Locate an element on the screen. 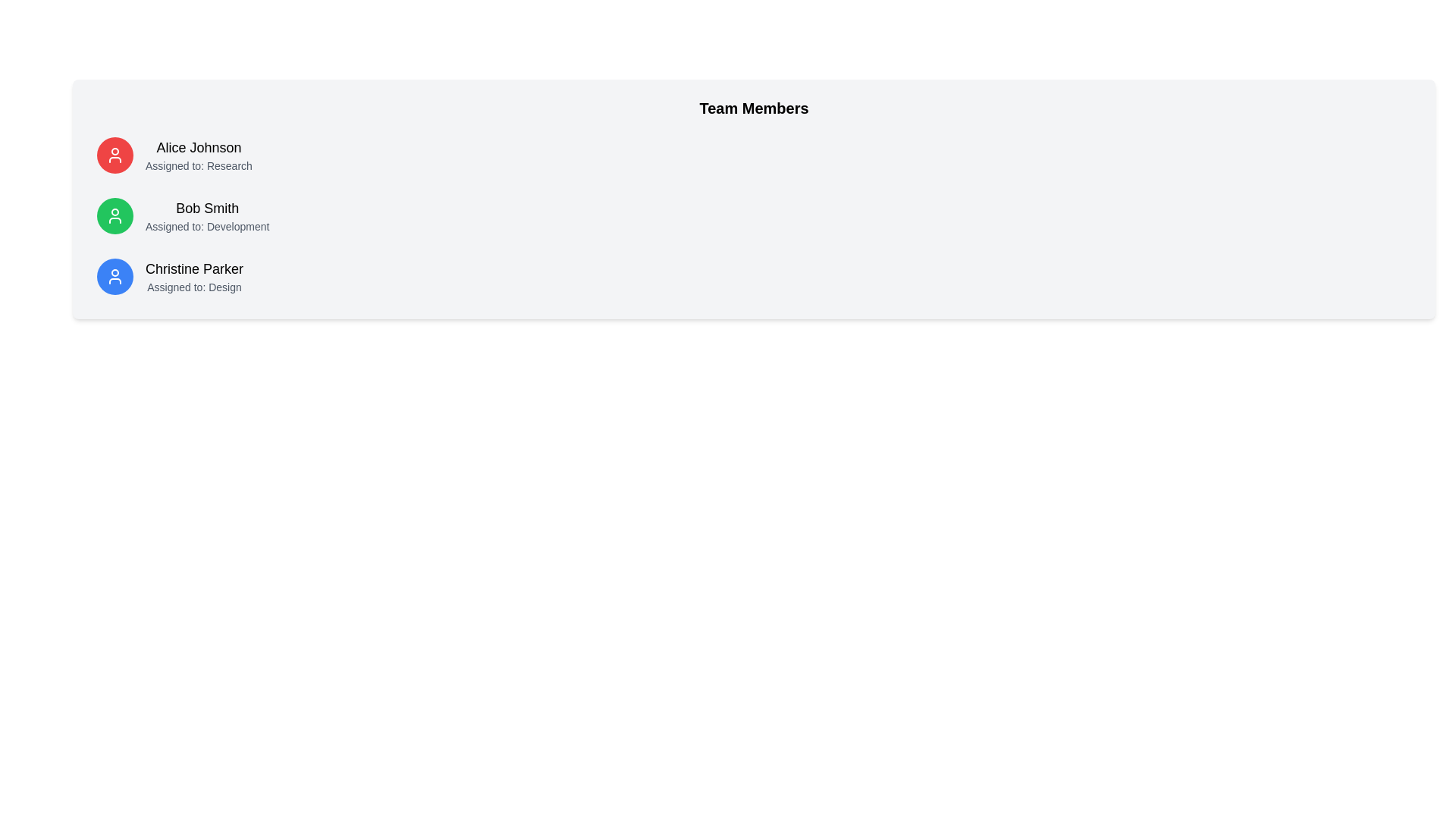  the user silhouette icon, which is a white vector graphic outlined in blue, located to the left of the 'Christine Parker' name in the 'Team Members' section is located at coordinates (115, 277).